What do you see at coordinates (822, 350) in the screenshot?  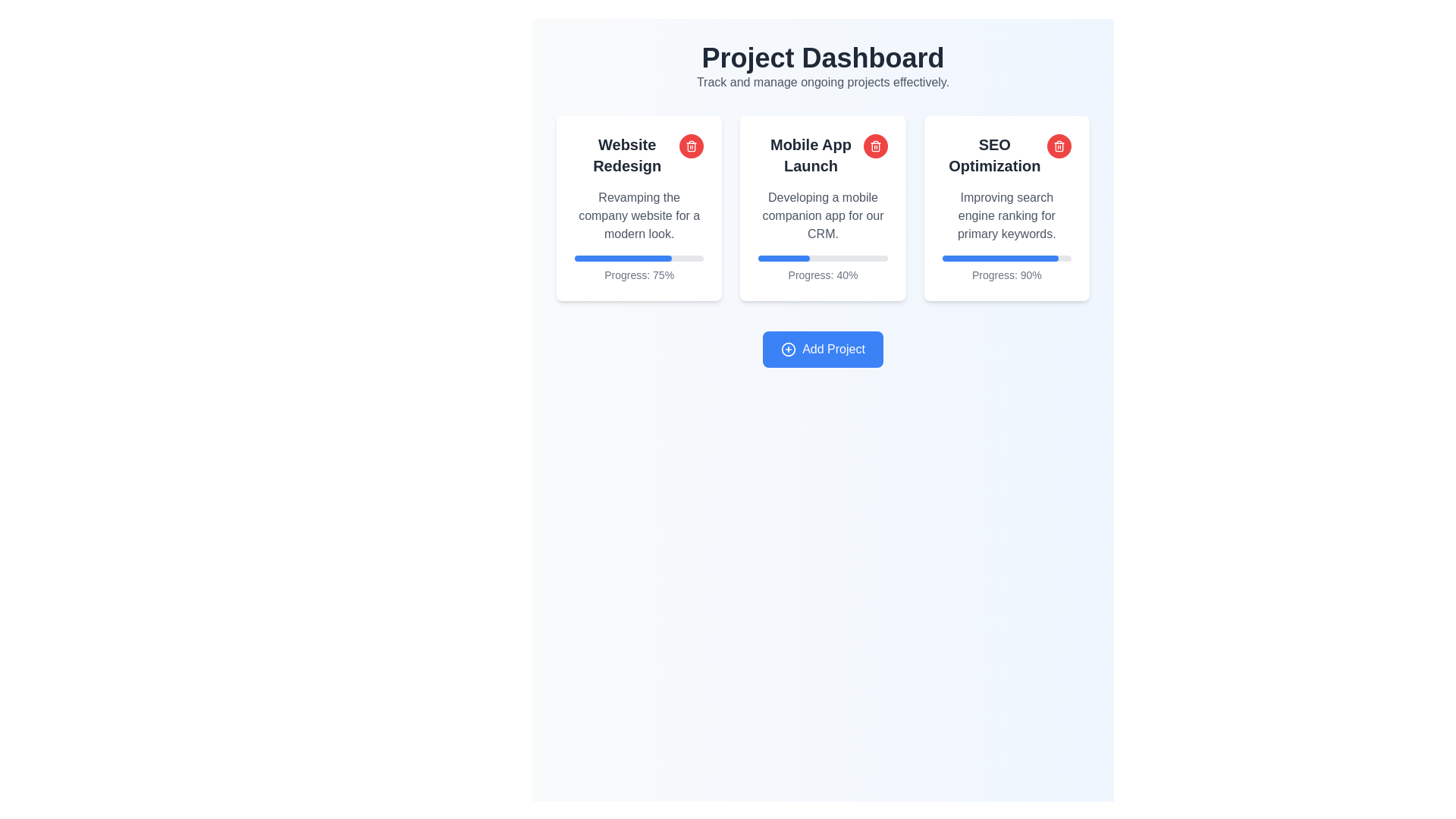 I see `the button located centrally near the bottom of the interface` at bounding box center [822, 350].